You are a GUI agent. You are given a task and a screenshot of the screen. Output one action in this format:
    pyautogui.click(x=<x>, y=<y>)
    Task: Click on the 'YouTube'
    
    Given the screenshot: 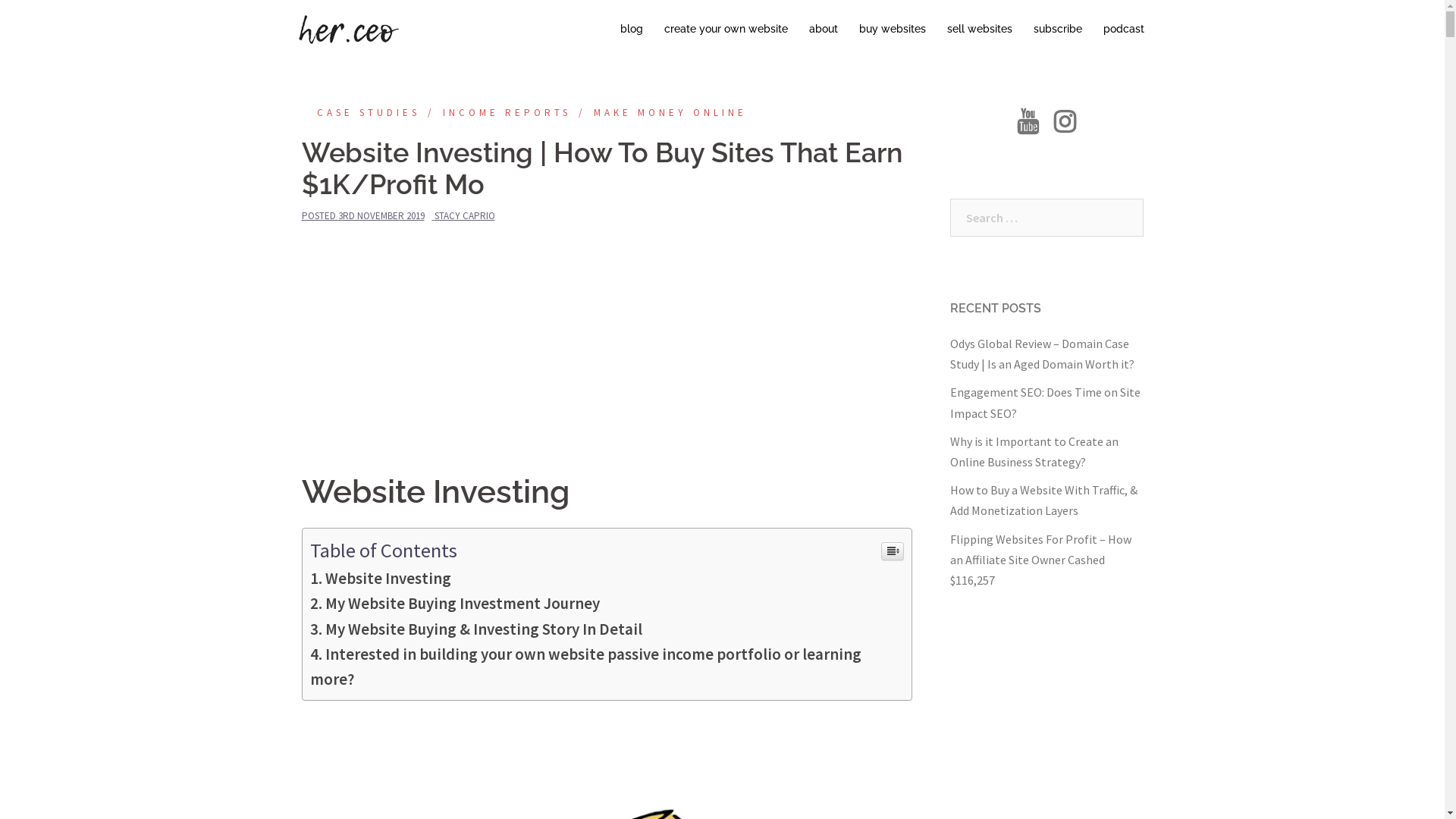 What is the action you would take?
    pyautogui.click(x=1028, y=124)
    